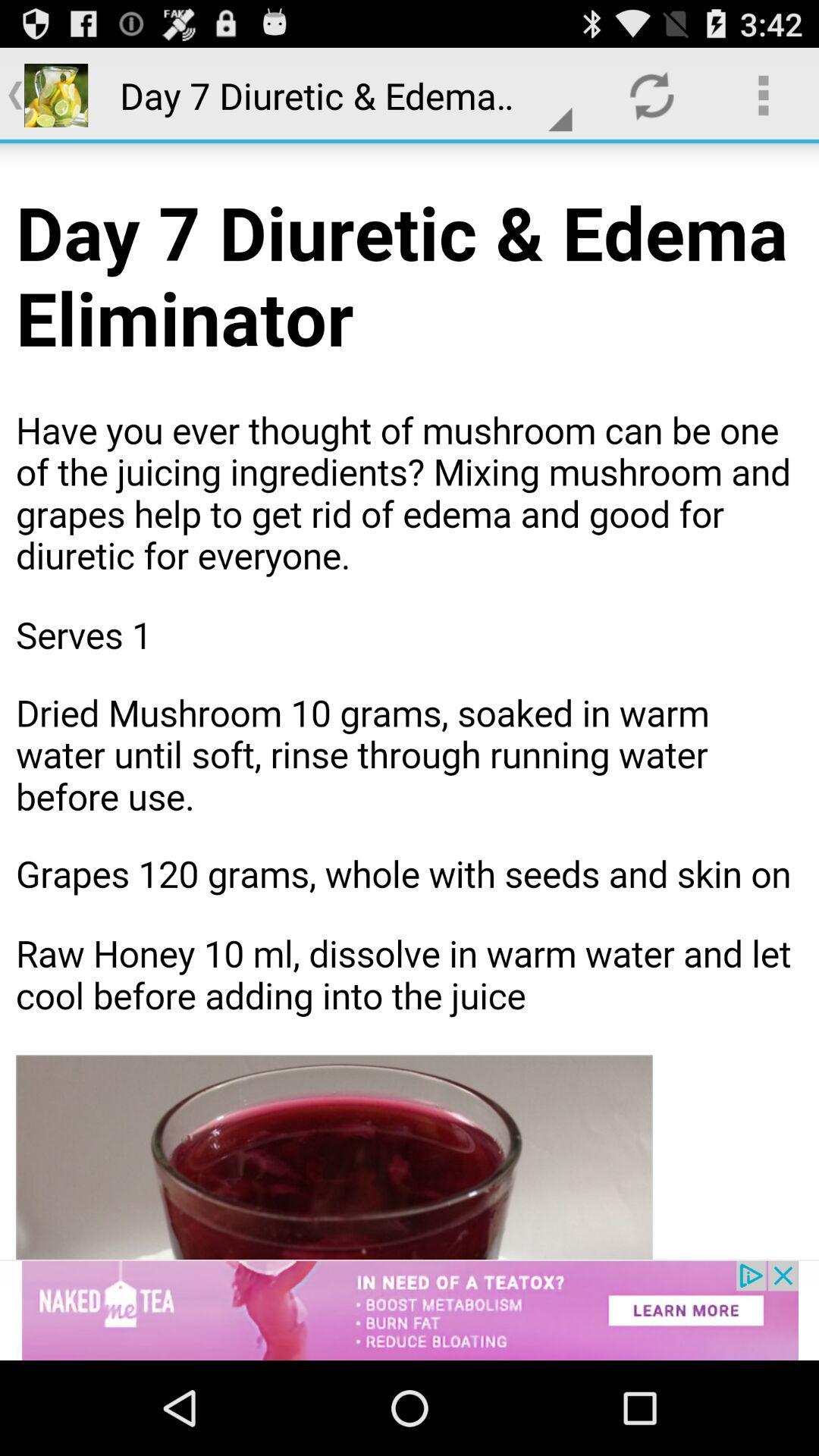 This screenshot has height=1456, width=819. What do you see at coordinates (409, 1310) in the screenshot?
I see `the advertisement` at bounding box center [409, 1310].